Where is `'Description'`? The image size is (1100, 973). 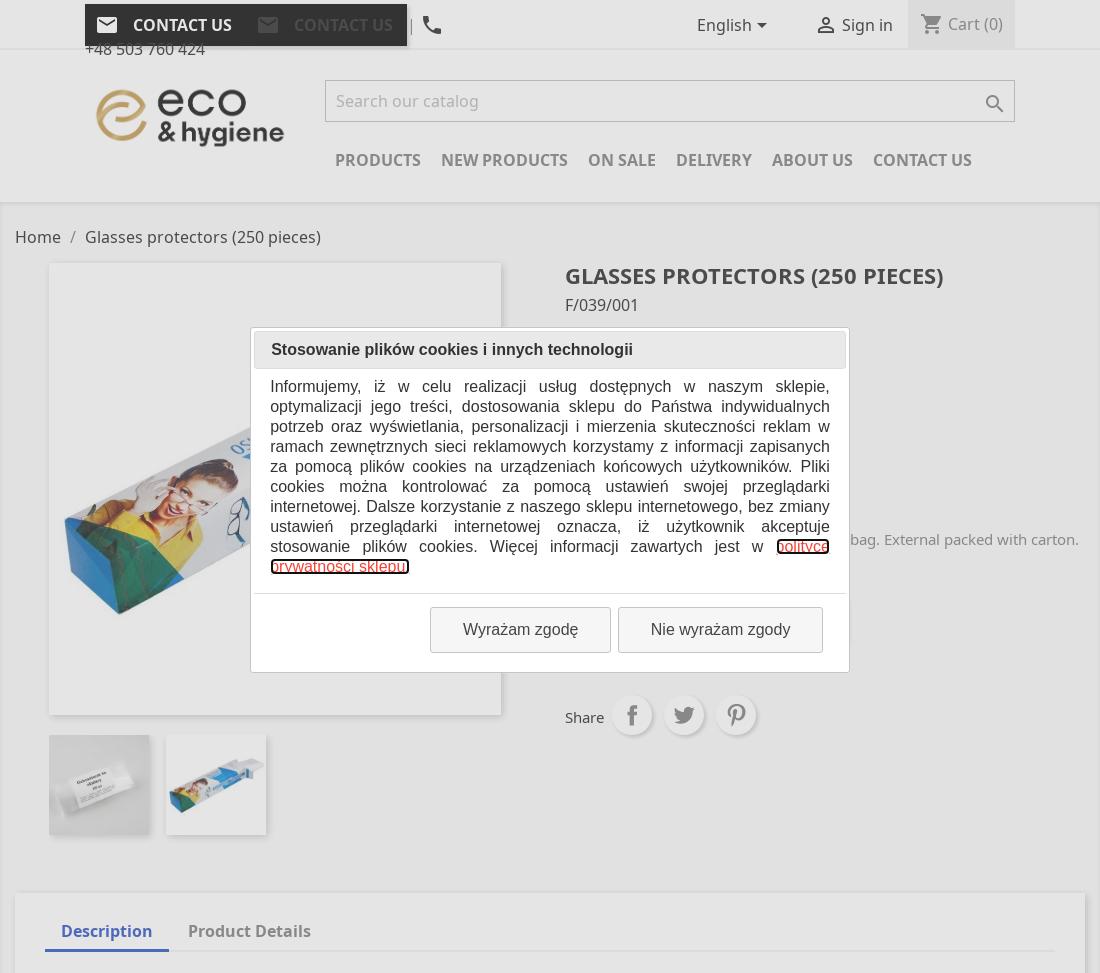
'Description' is located at coordinates (107, 929).